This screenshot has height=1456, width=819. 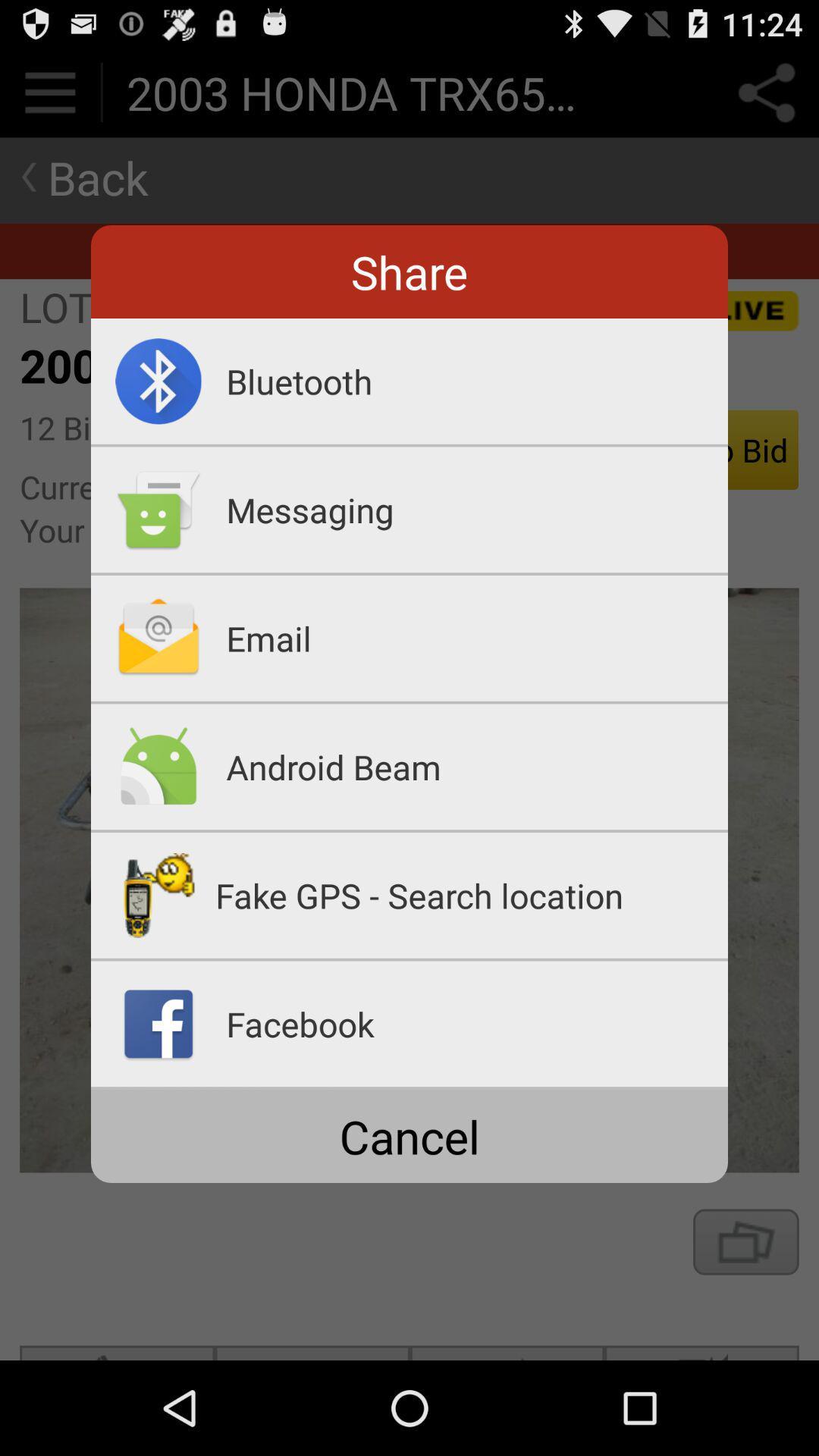 I want to click on the icon above cancel, so click(x=409, y=1087).